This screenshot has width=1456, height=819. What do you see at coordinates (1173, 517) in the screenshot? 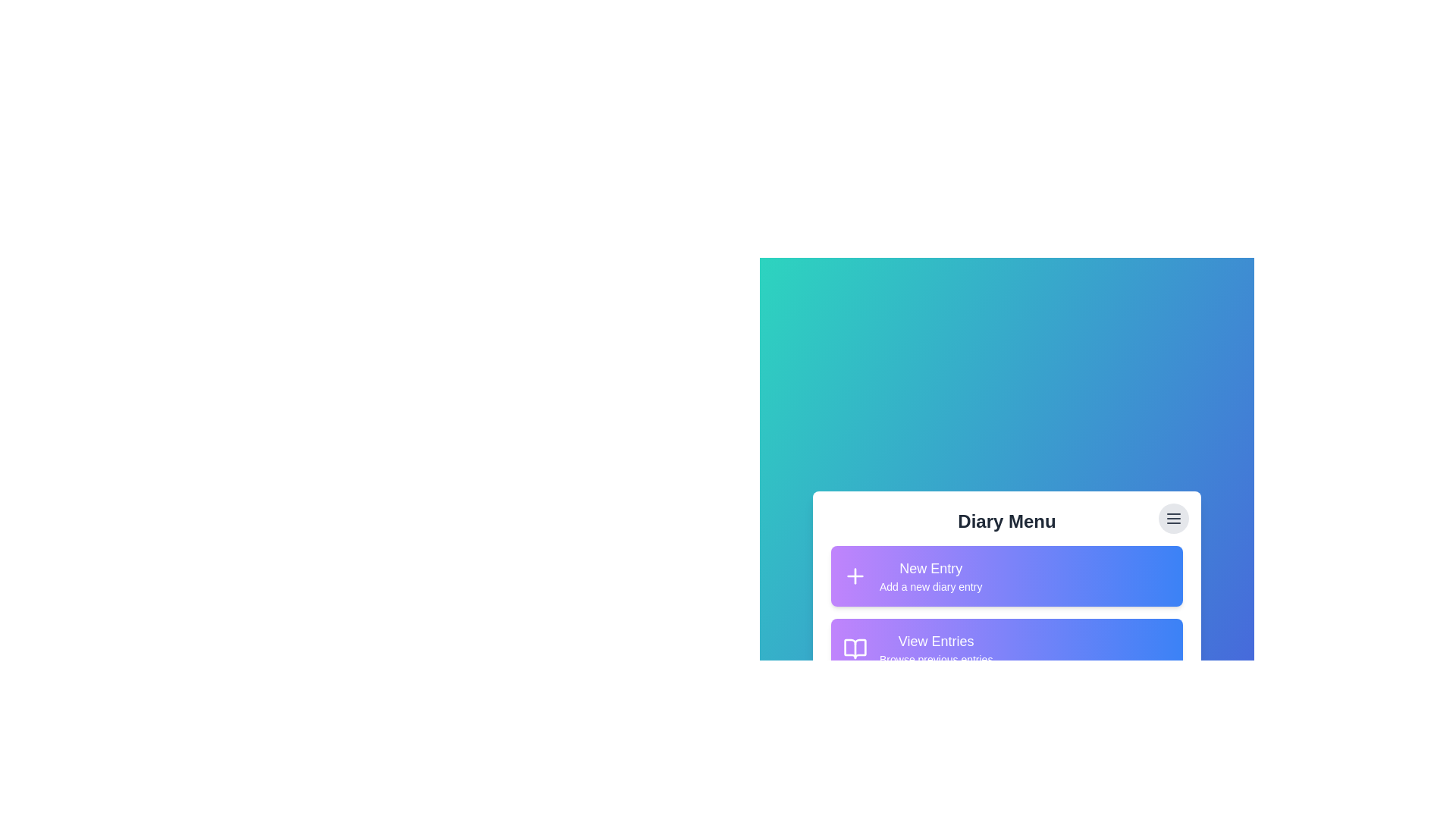
I see `menu toggle button to toggle the menu visibility` at bounding box center [1173, 517].